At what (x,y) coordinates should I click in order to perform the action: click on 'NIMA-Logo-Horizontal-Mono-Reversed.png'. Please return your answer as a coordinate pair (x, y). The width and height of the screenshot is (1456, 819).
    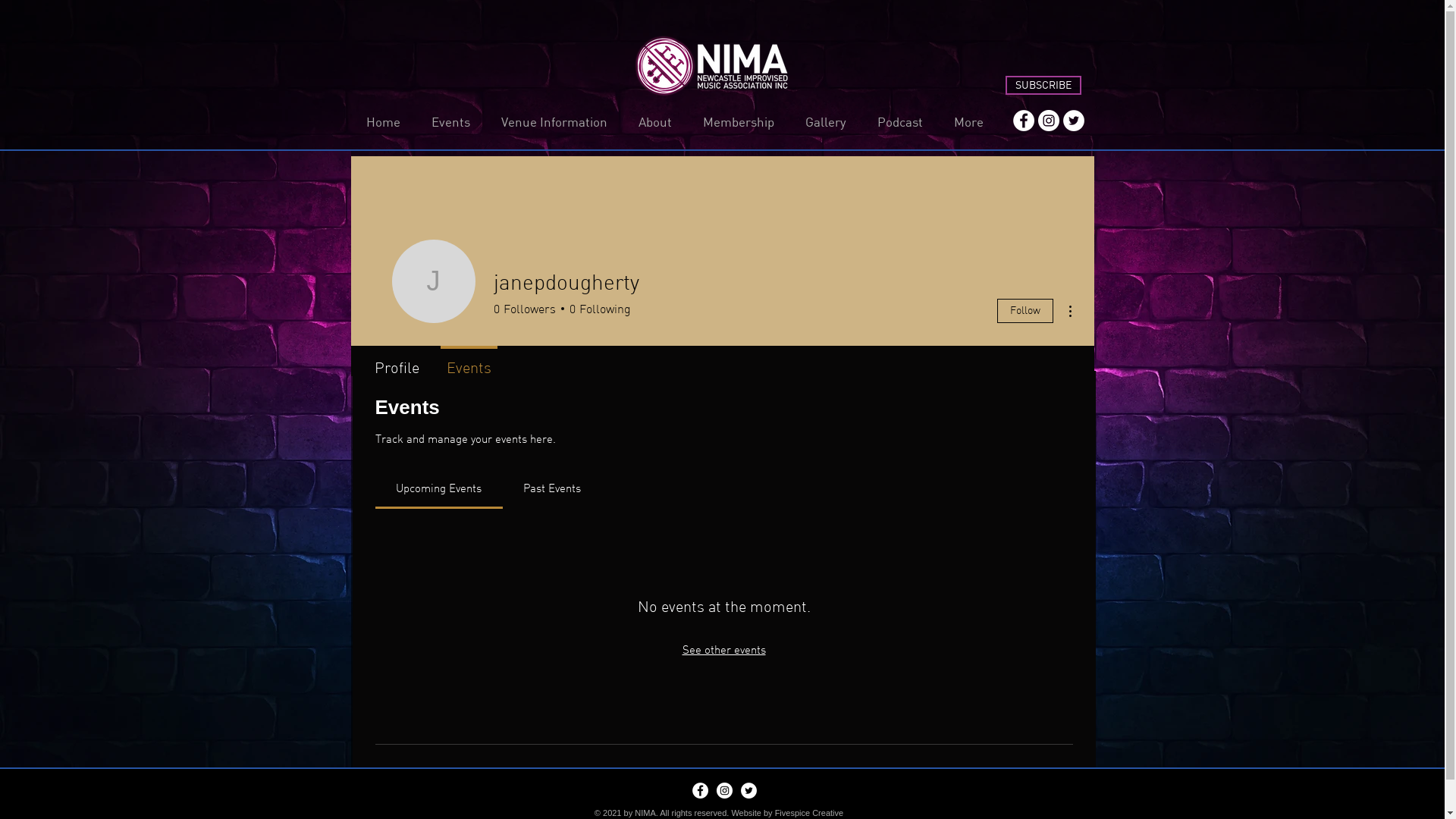
    Looking at the image, I should click on (711, 65).